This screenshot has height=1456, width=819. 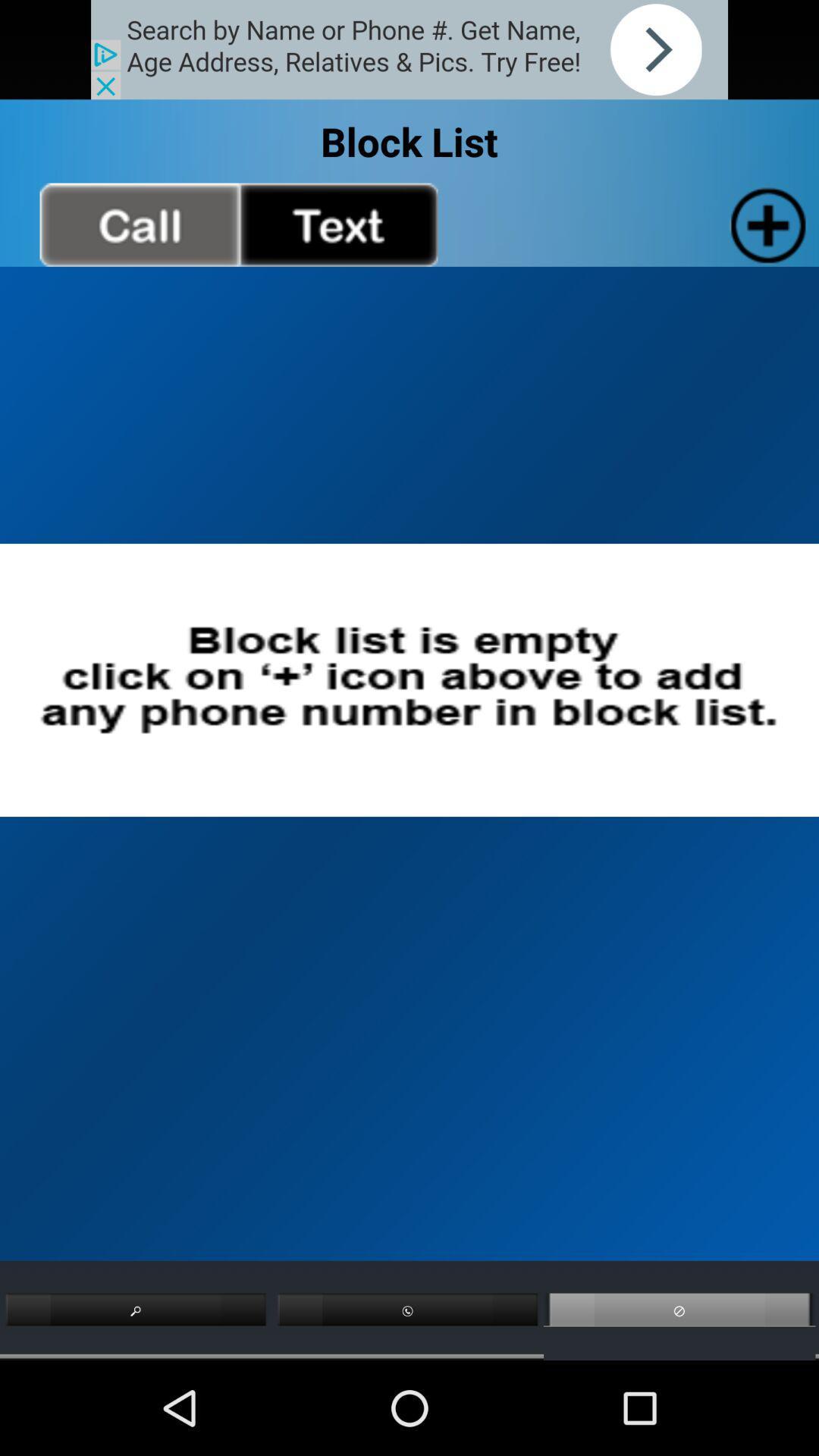 What do you see at coordinates (337, 224) in the screenshot?
I see `blocked text numbers list` at bounding box center [337, 224].